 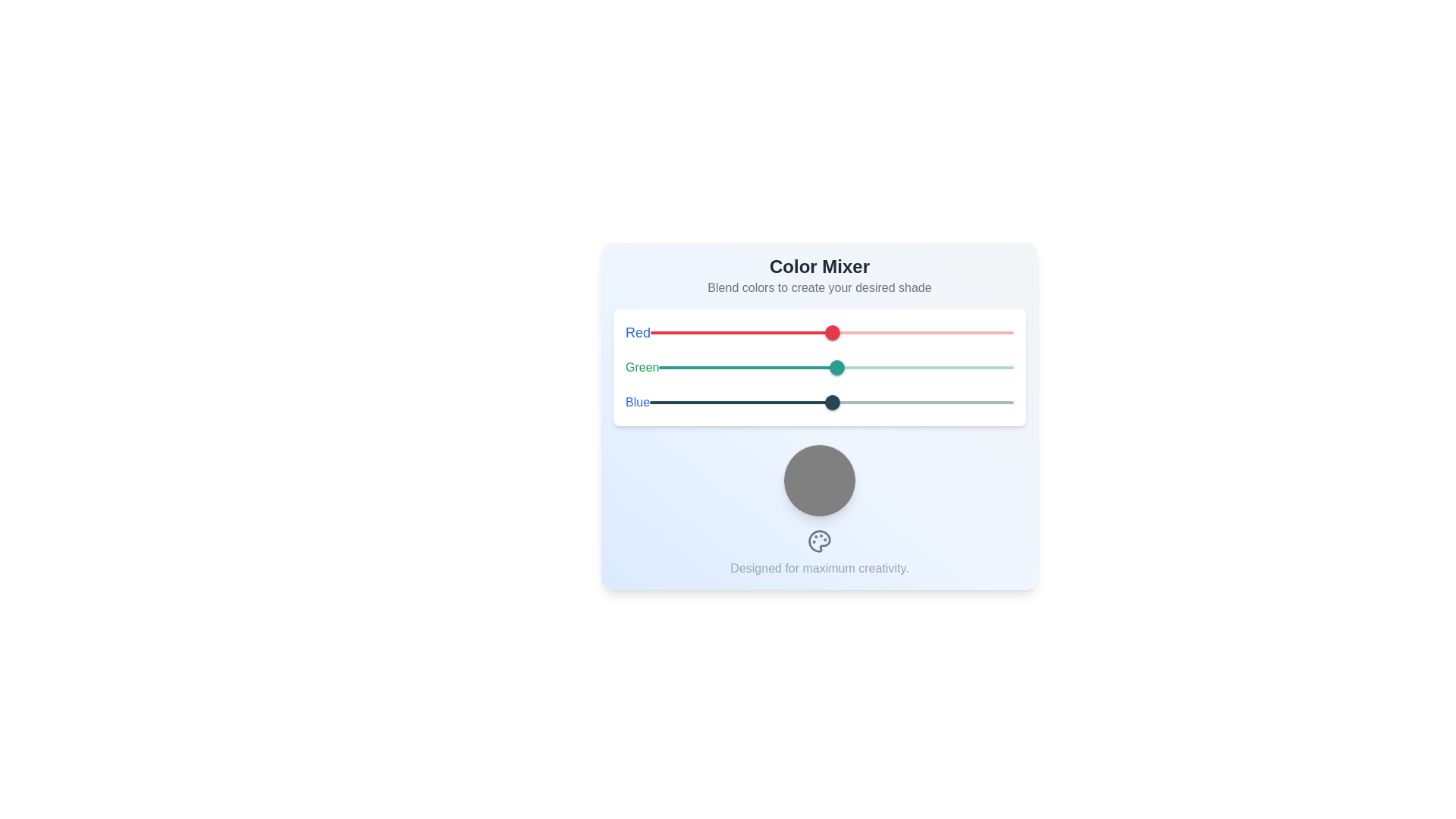 What do you see at coordinates (818, 265) in the screenshot?
I see `the prominent static text element labeled 'Color Mixer' located at the top of the interface` at bounding box center [818, 265].